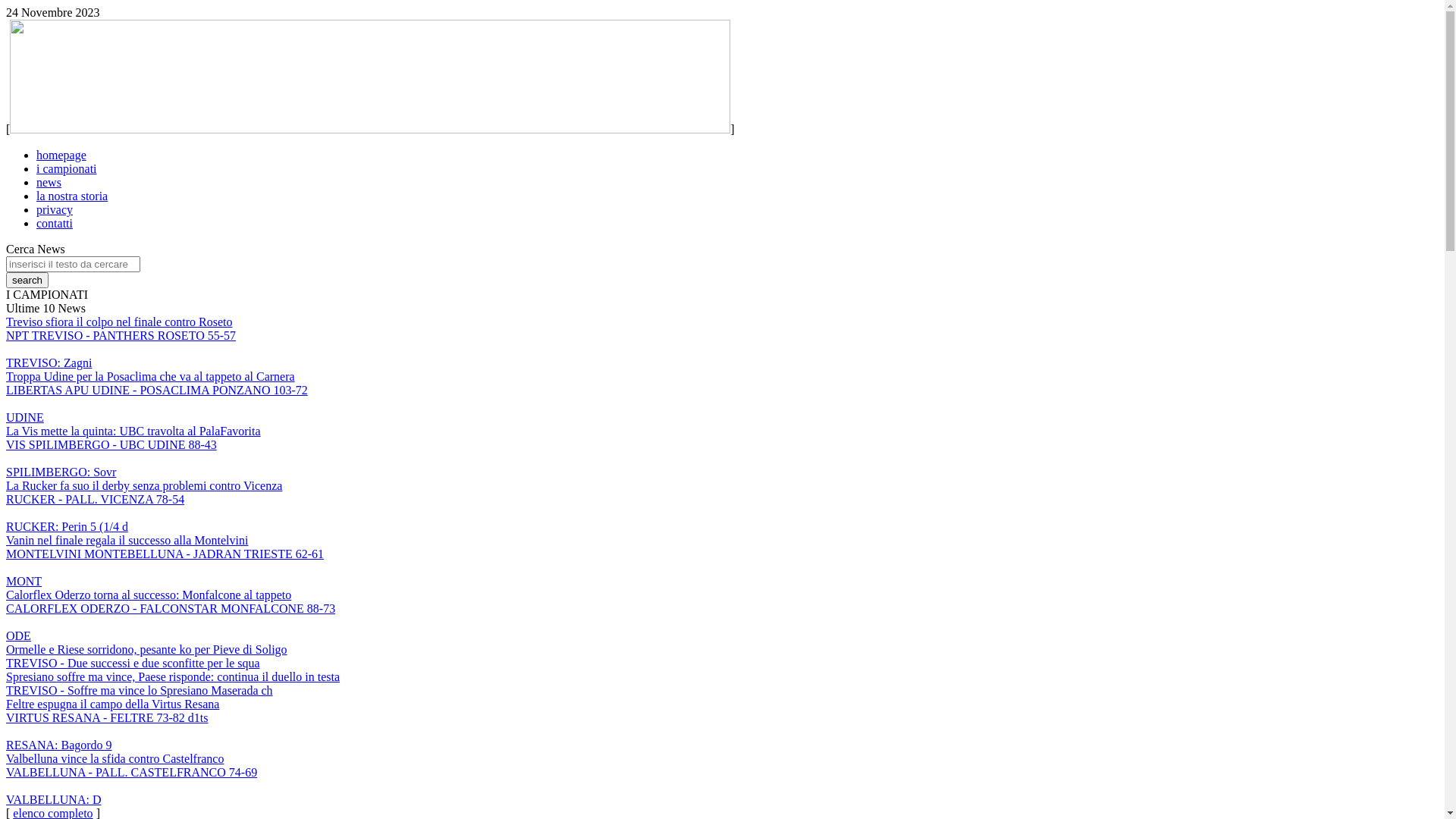 Image resolution: width=1456 pixels, height=819 pixels. What do you see at coordinates (131, 785) in the screenshot?
I see `'VALBELLUNA - PALL. CASTELFRANCO 74-69` at bounding box center [131, 785].